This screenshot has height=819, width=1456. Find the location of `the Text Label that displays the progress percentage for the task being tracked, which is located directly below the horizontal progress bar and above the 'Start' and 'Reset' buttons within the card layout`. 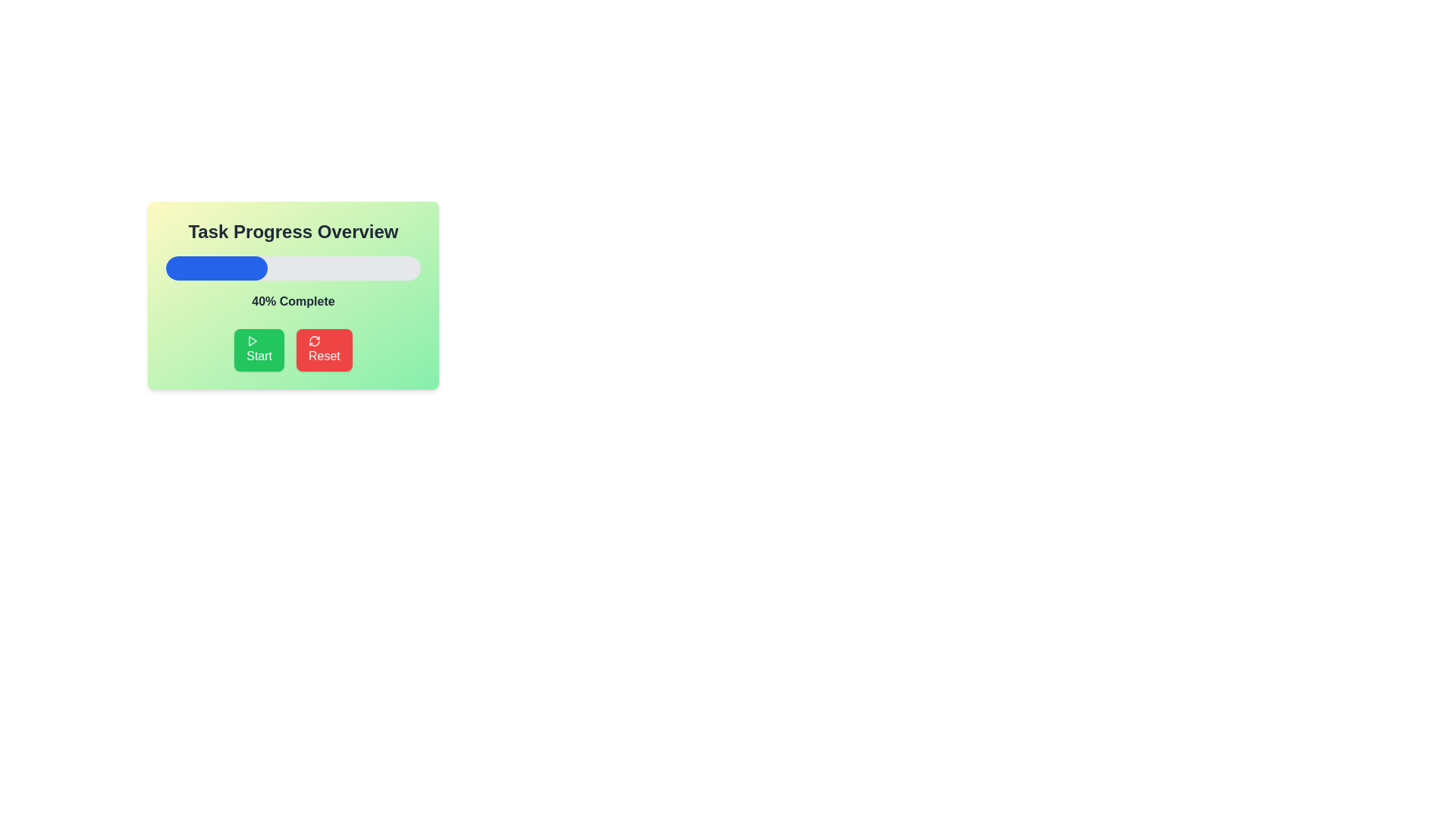

the Text Label that displays the progress percentage for the task being tracked, which is located directly below the horizontal progress bar and above the 'Start' and 'Reset' buttons within the card layout is located at coordinates (293, 301).